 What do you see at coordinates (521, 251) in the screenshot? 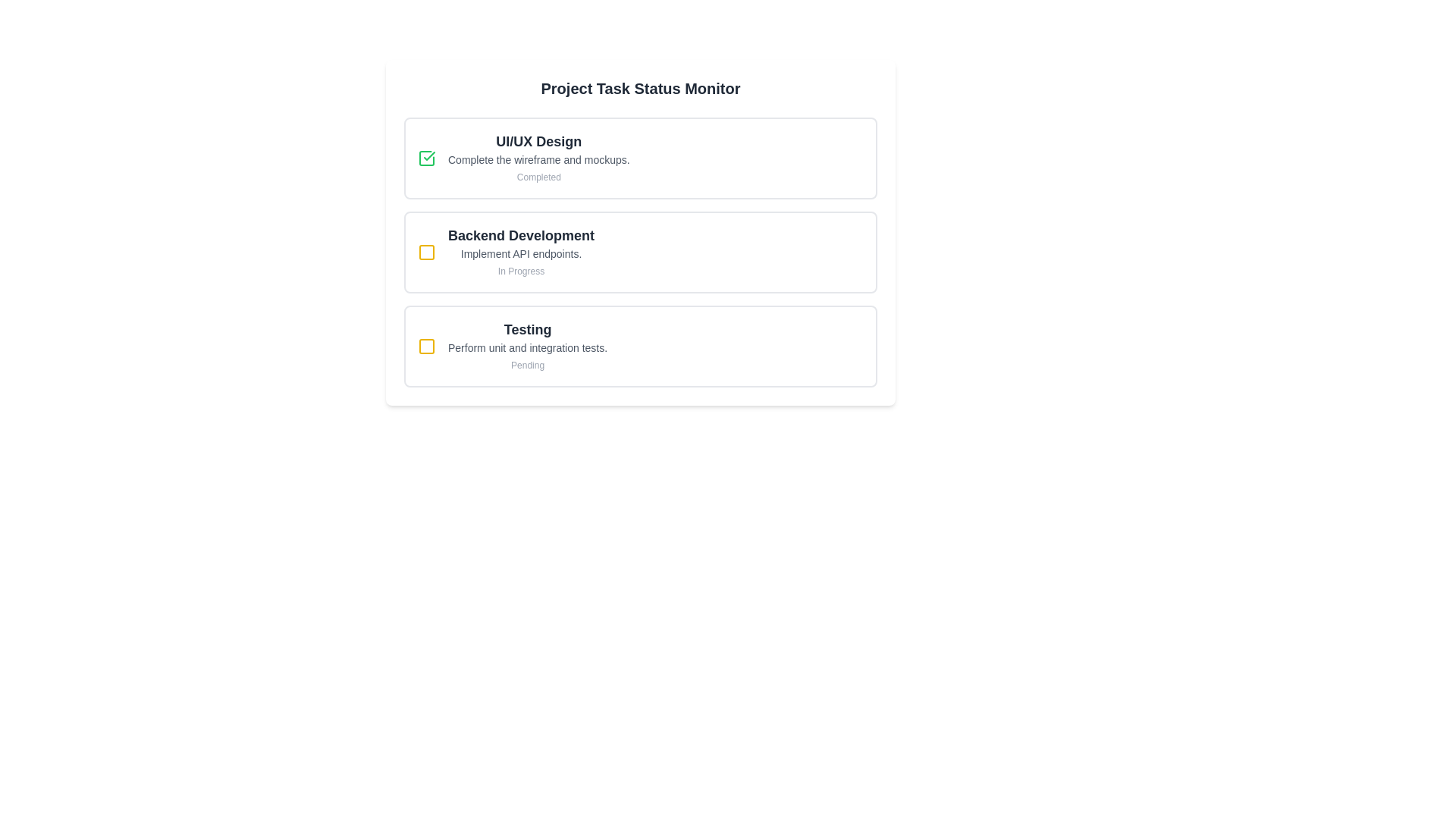
I see `the informational card displaying the title 'Backend Development', which is the second card in a vertical stack of three, located between 'UI/UX Design' and 'Testing'` at bounding box center [521, 251].